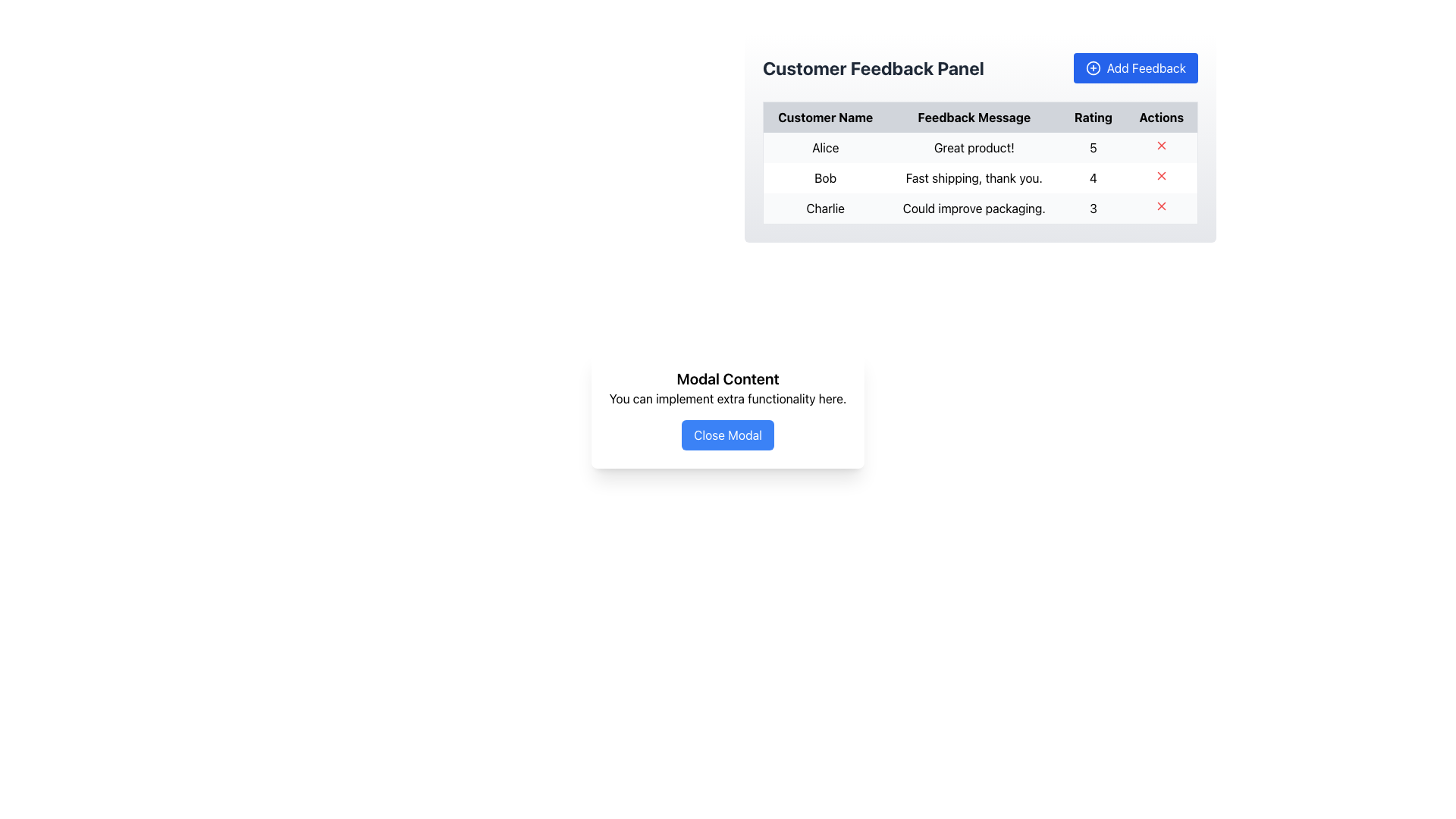  Describe the element at coordinates (980, 133) in the screenshot. I see `the 'Customer Feedback Panel' table to select a specific feedback entry` at that location.